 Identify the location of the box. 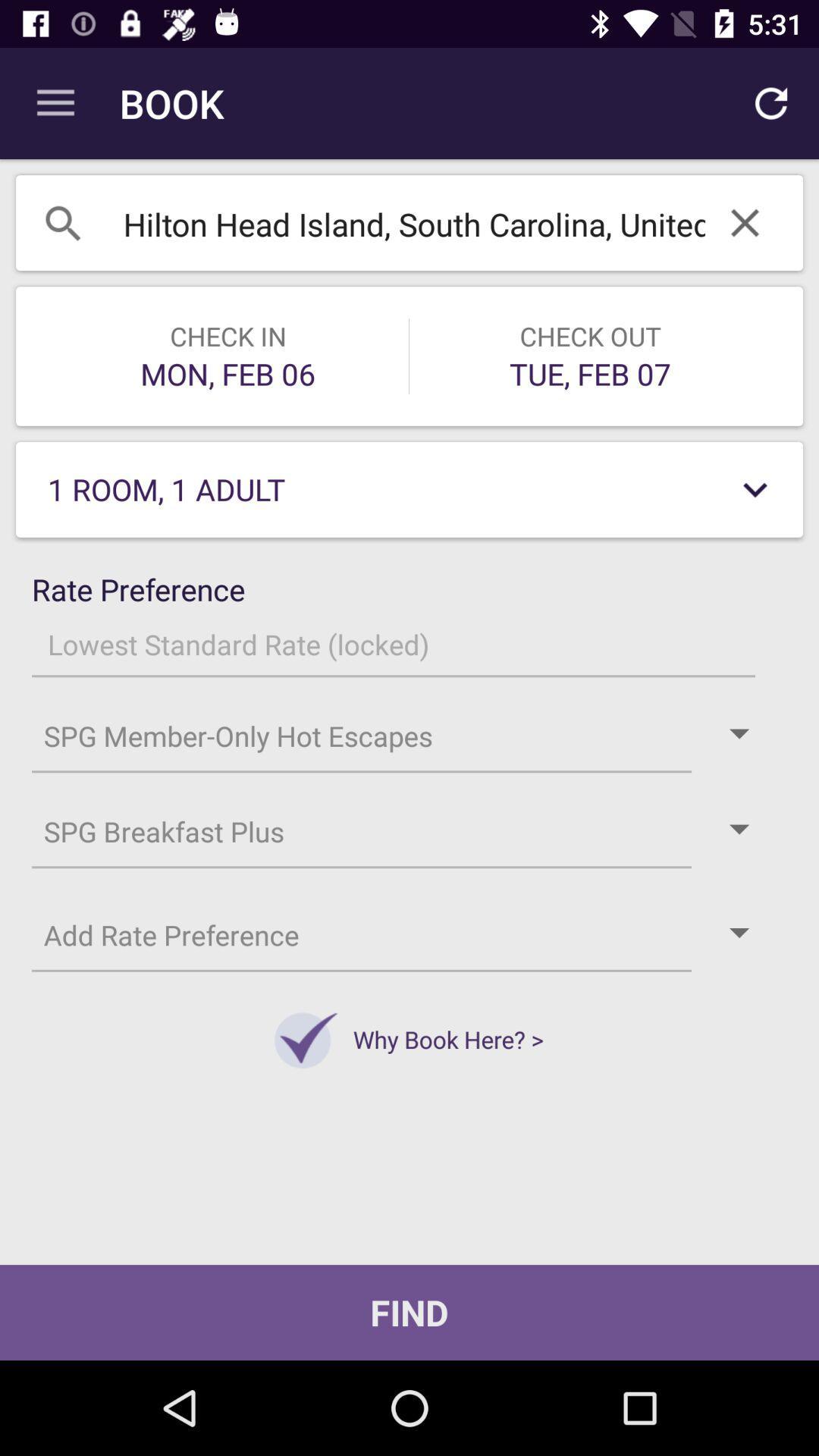
(744, 221).